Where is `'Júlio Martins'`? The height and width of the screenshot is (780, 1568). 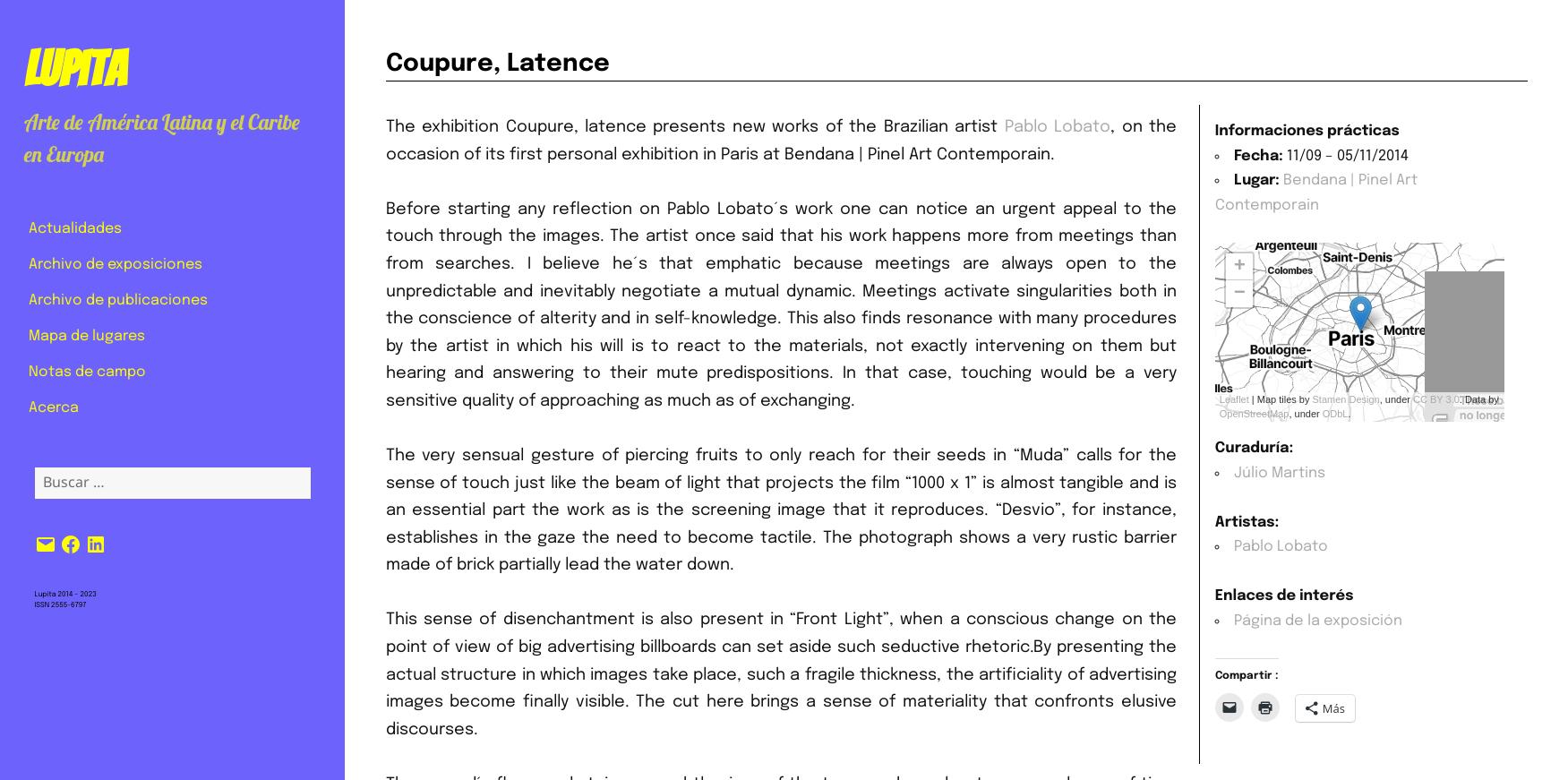
'Júlio Martins' is located at coordinates (1278, 472).